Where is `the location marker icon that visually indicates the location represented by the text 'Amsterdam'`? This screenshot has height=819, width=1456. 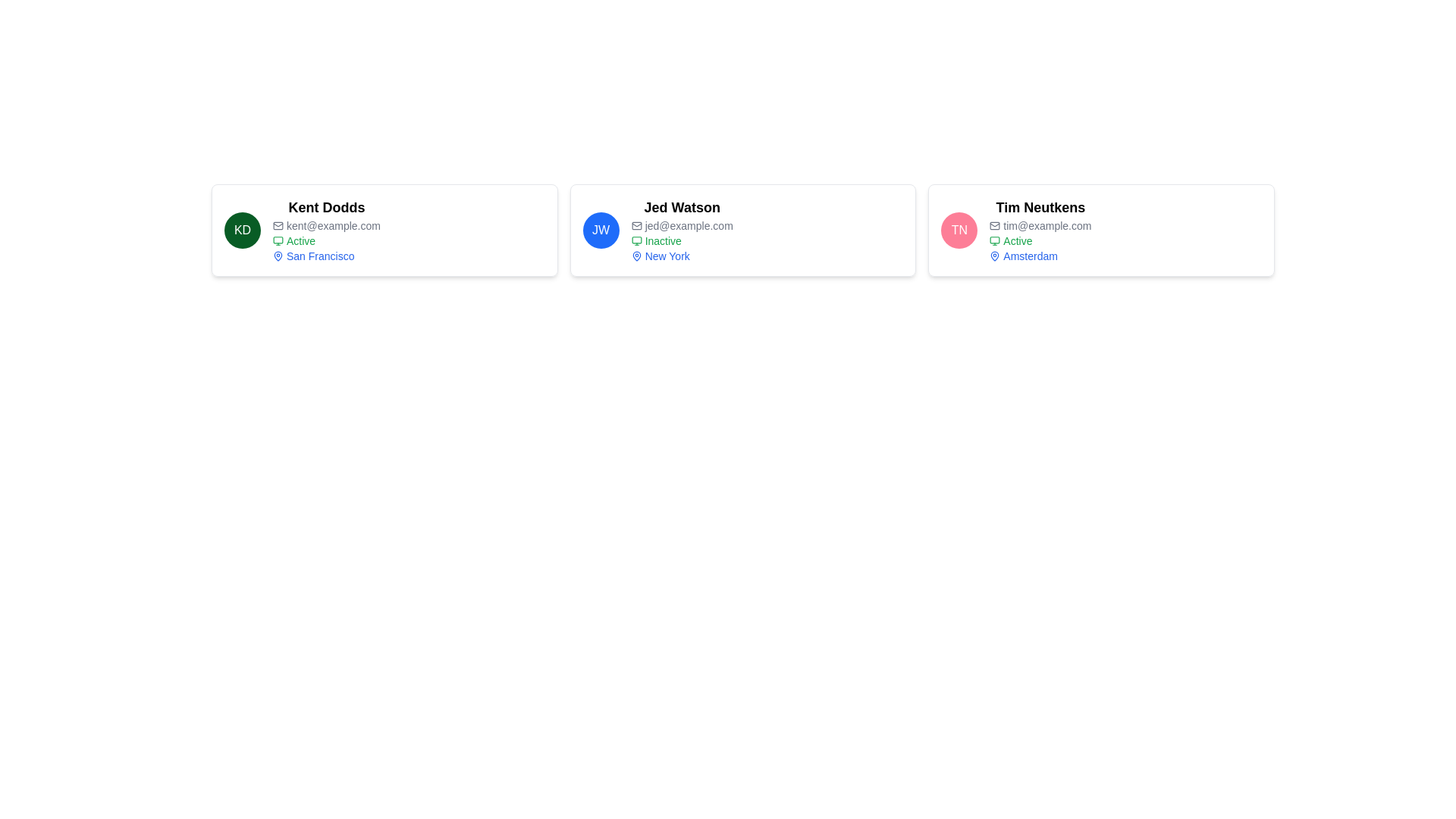 the location marker icon that visually indicates the location represented by the text 'Amsterdam' is located at coordinates (995, 256).